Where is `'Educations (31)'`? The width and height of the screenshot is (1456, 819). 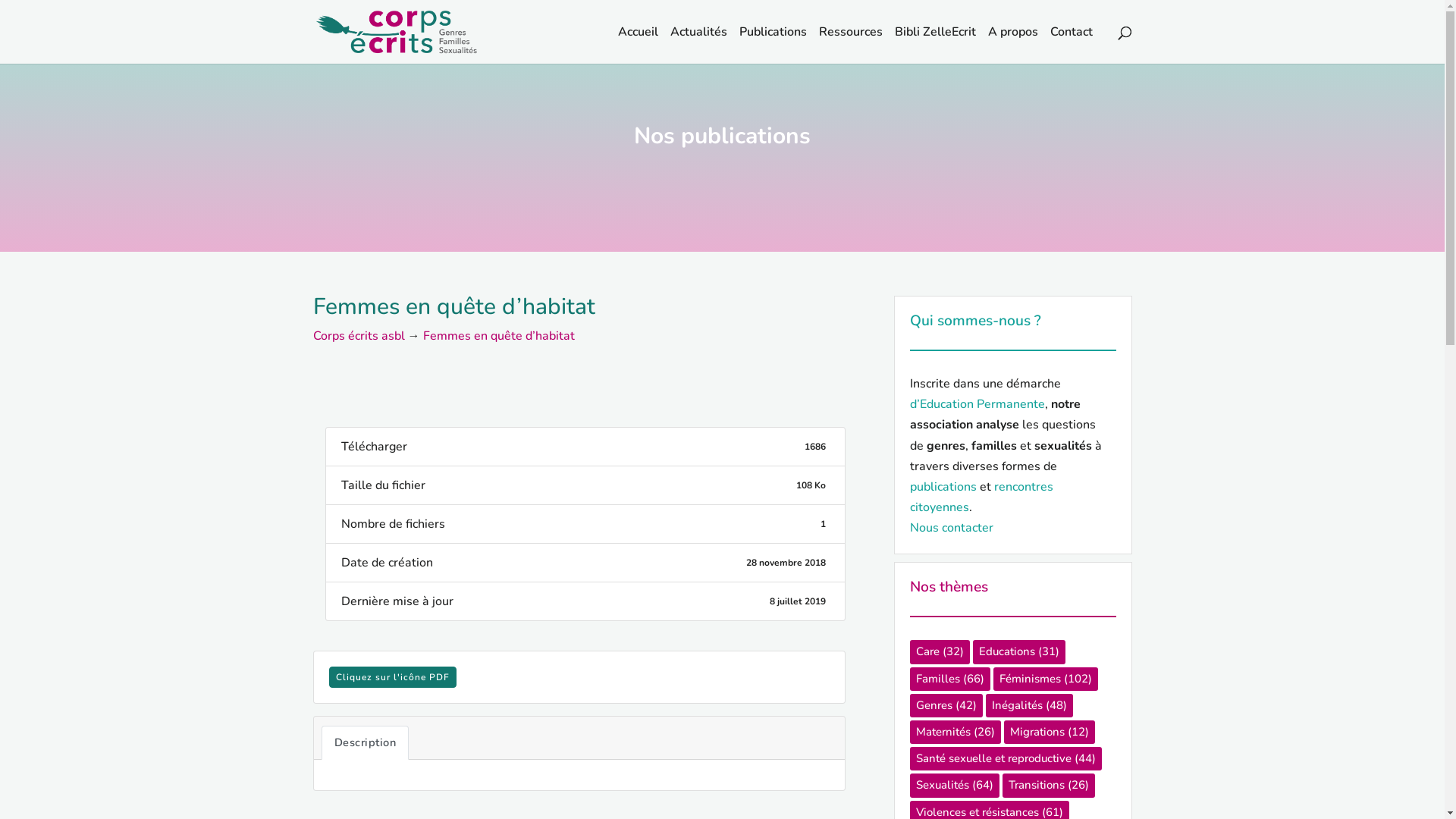
'Educations (31)' is located at coordinates (1018, 651).